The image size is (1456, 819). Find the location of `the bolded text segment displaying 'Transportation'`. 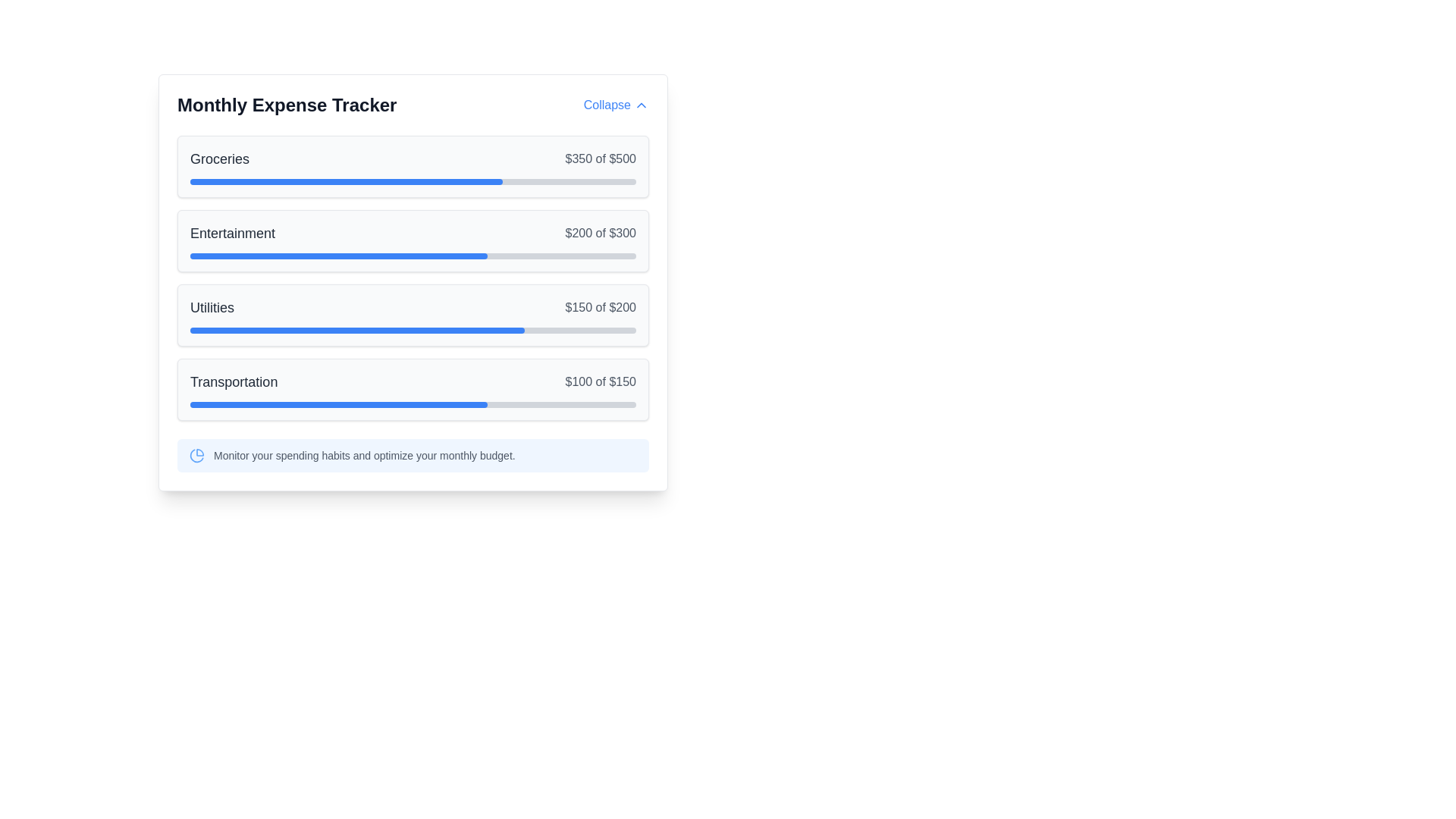

the bolded text segment displaying 'Transportation' is located at coordinates (233, 381).